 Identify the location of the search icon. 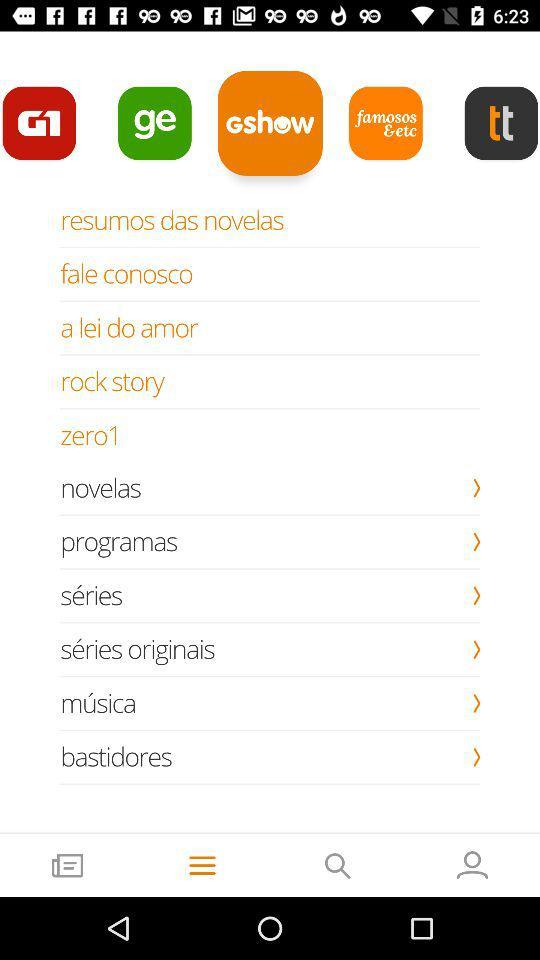
(337, 864).